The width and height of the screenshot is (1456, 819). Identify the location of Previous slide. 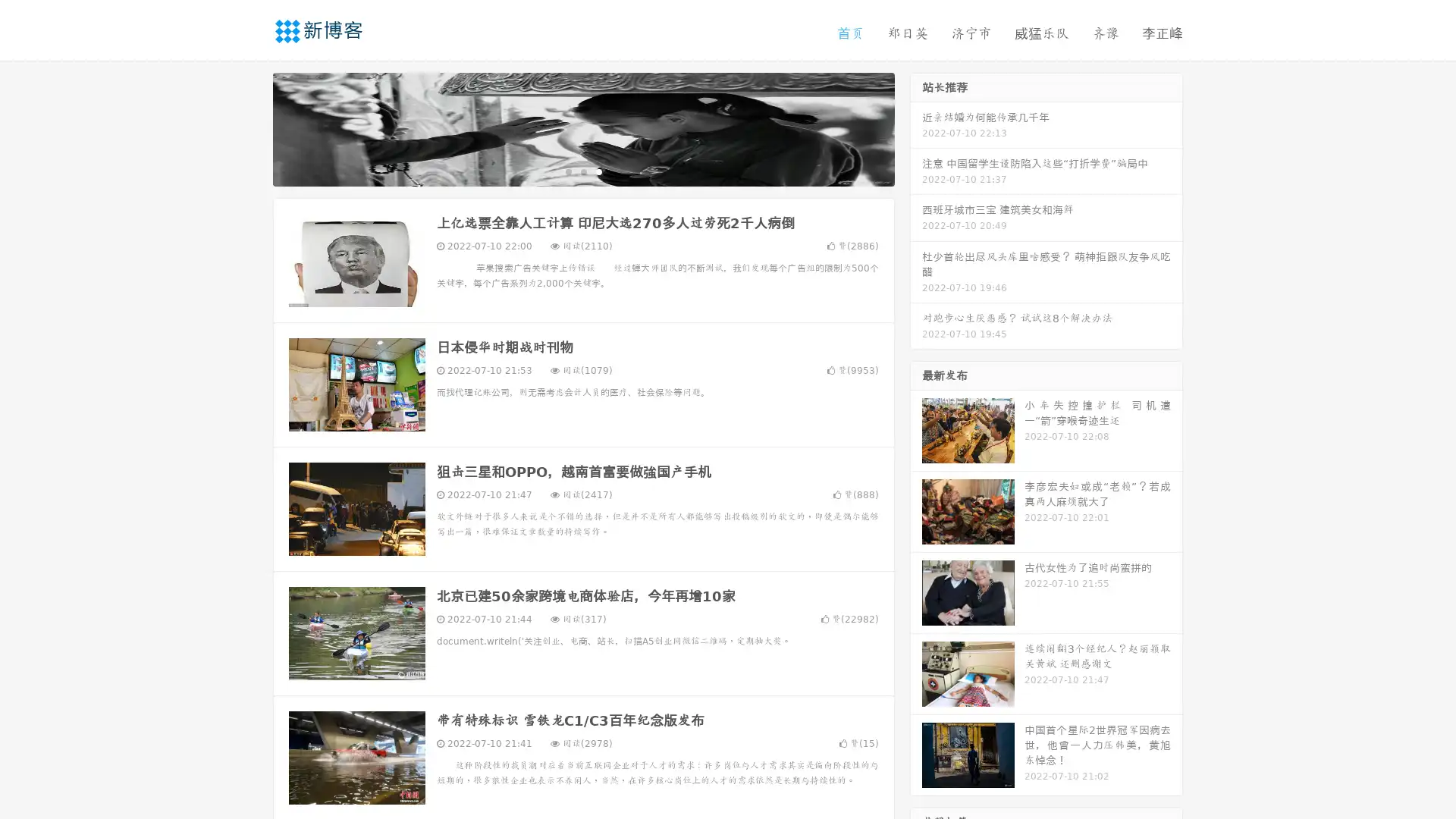
(250, 127).